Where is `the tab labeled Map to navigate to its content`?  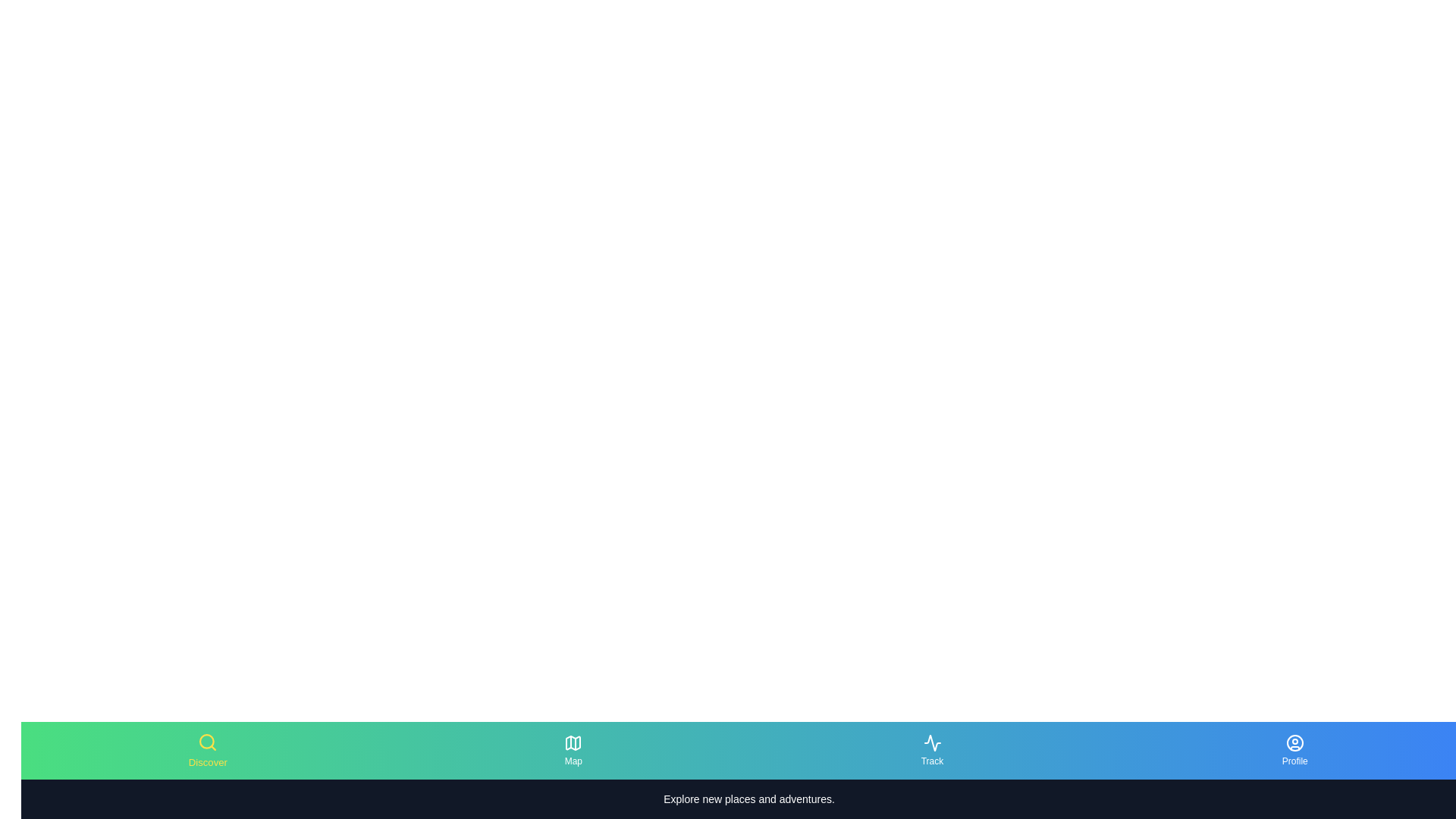
the tab labeled Map to navigate to its content is located at coordinates (572, 751).